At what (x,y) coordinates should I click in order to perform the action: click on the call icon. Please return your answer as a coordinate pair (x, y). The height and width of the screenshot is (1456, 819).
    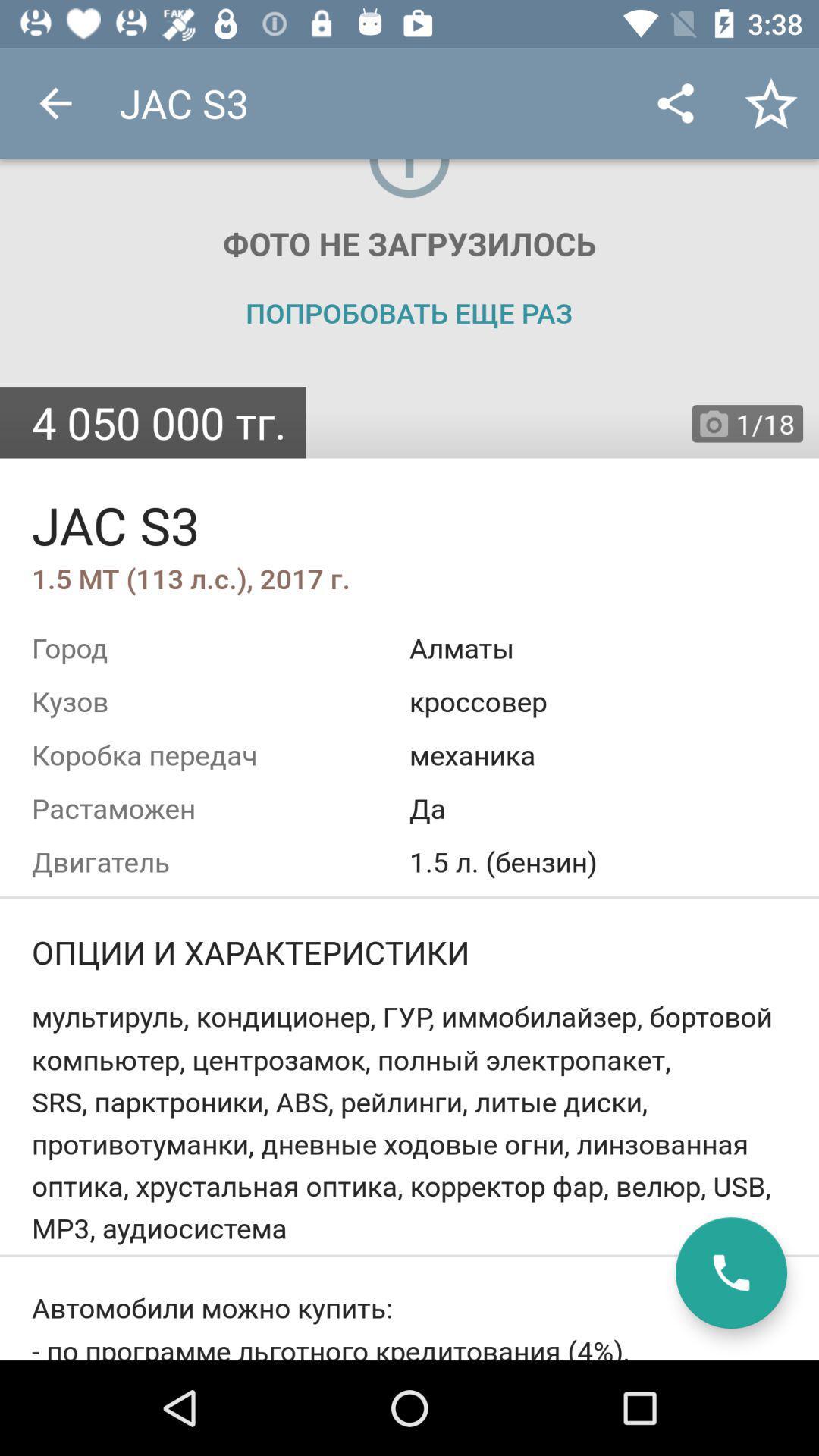
    Looking at the image, I should click on (730, 1272).